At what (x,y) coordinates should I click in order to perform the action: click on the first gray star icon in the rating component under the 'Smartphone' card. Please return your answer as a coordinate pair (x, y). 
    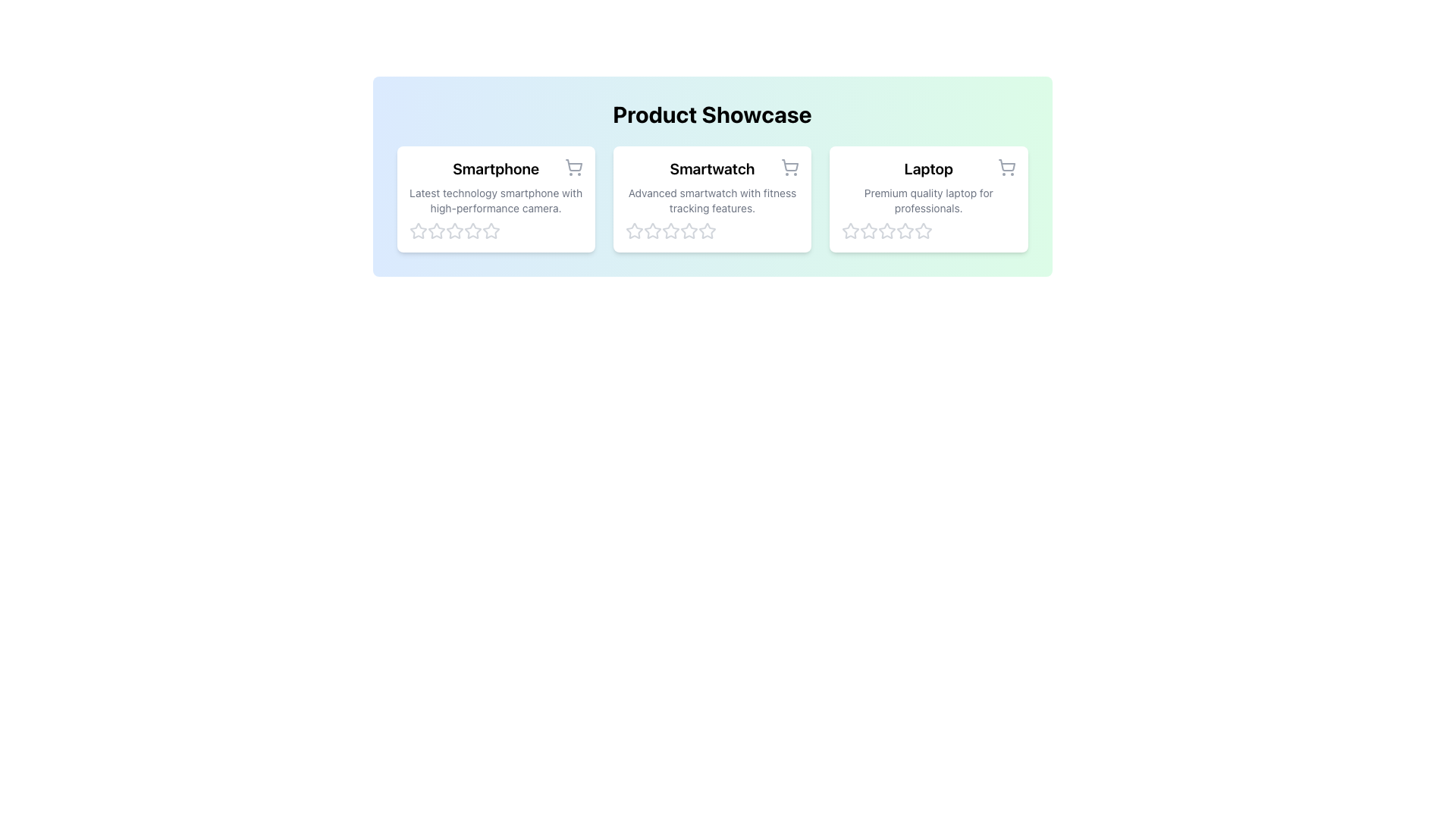
    Looking at the image, I should click on (418, 231).